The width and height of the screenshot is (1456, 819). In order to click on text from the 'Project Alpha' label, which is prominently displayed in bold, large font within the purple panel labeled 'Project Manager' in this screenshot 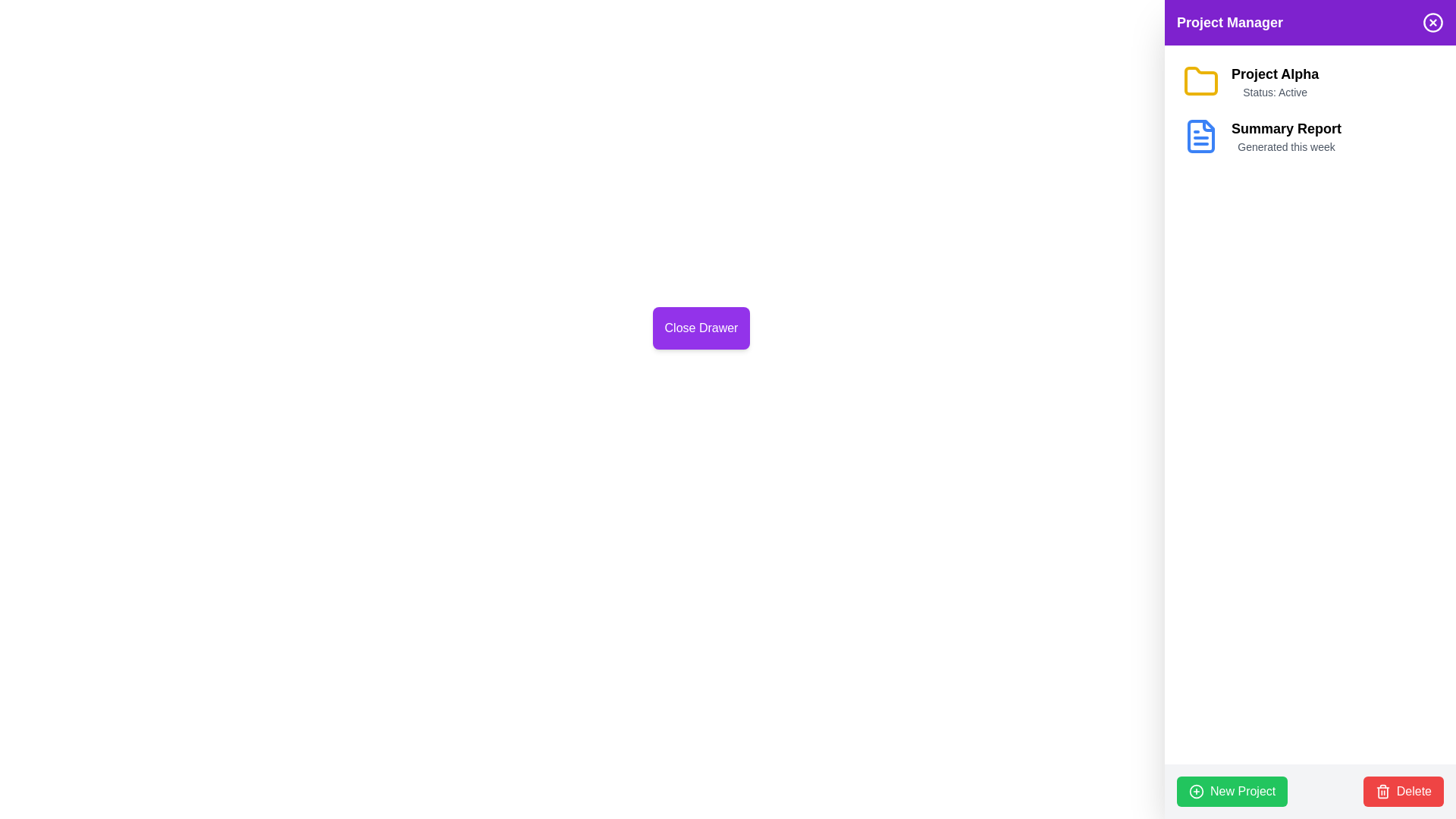, I will do `click(1274, 74)`.